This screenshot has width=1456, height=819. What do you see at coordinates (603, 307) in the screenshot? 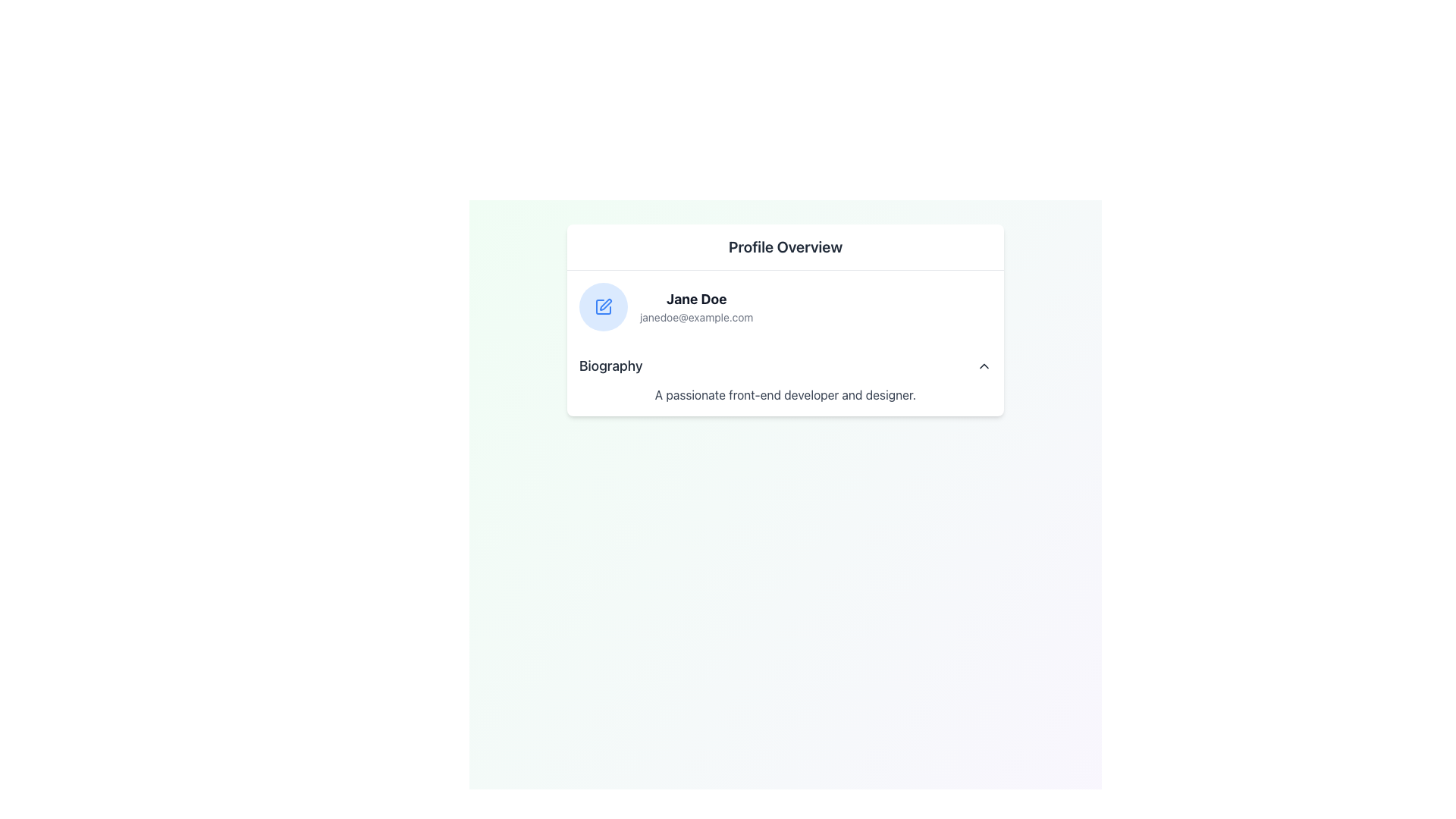
I see `the light blue circular icon with a blue pen in the center located in the top left of the Profile Overview section` at bounding box center [603, 307].